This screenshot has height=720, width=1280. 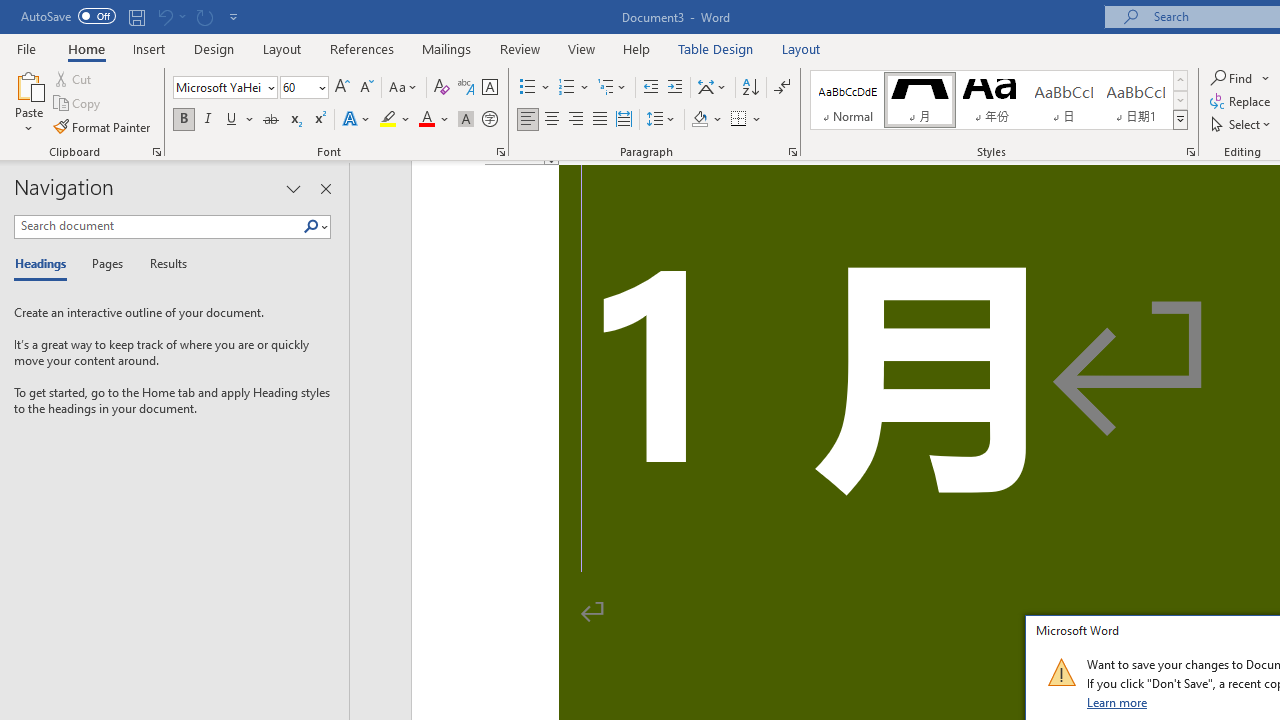 I want to click on 'Find', so click(x=1232, y=77).